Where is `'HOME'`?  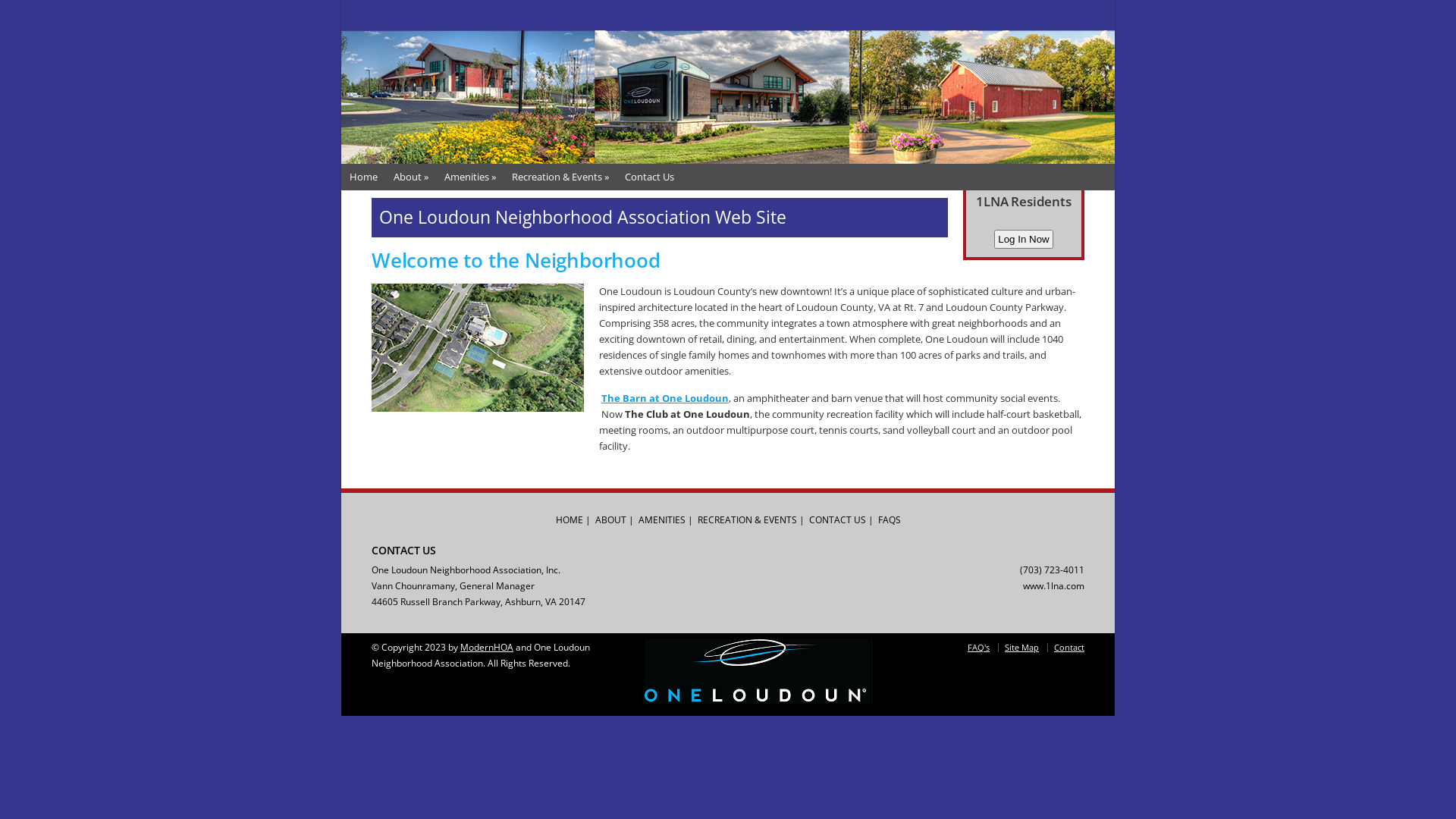
'HOME' is located at coordinates (567, 519).